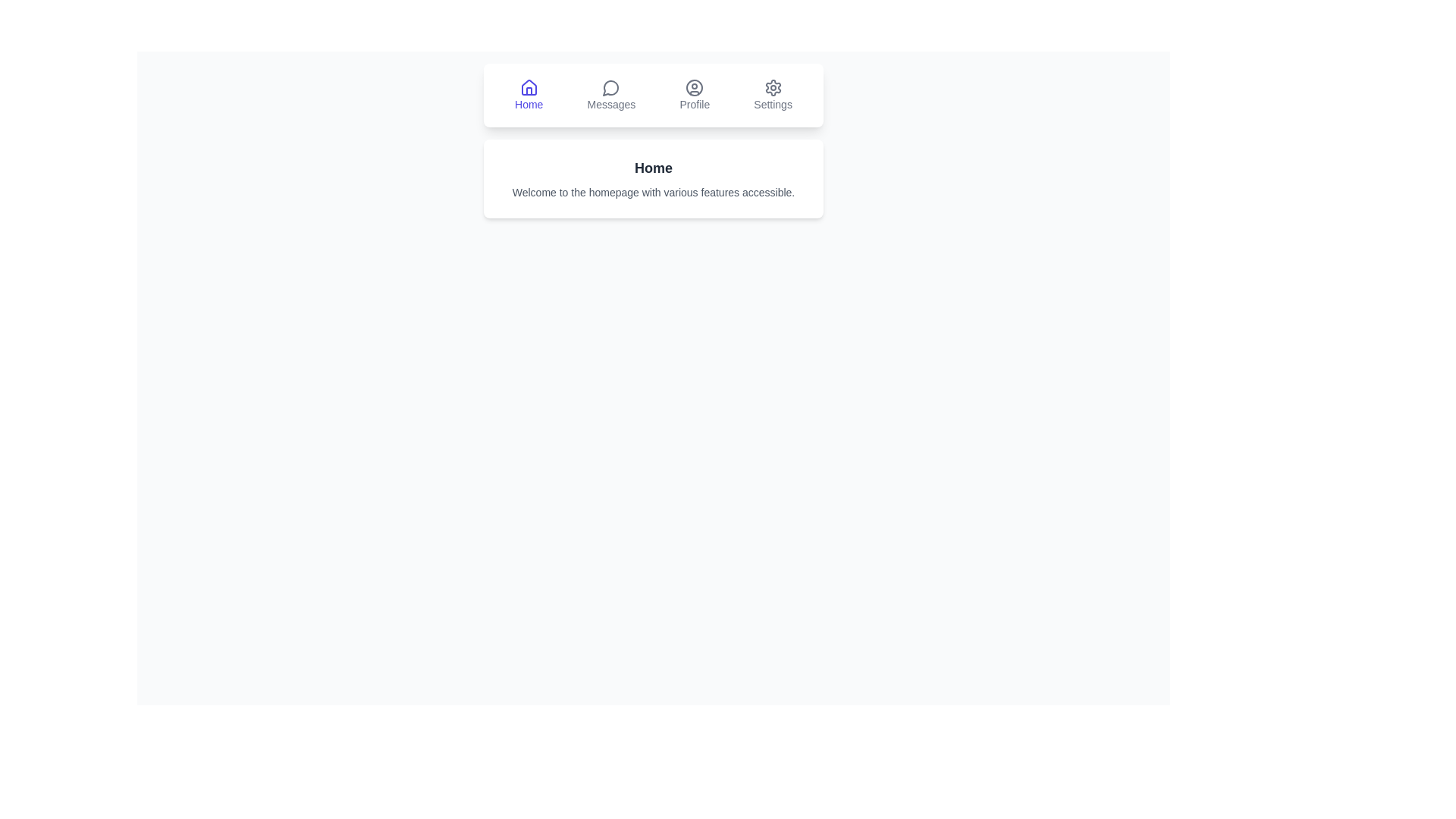  What do you see at coordinates (773, 96) in the screenshot?
I see `the Settings tab` at bounding box center [773, 96].